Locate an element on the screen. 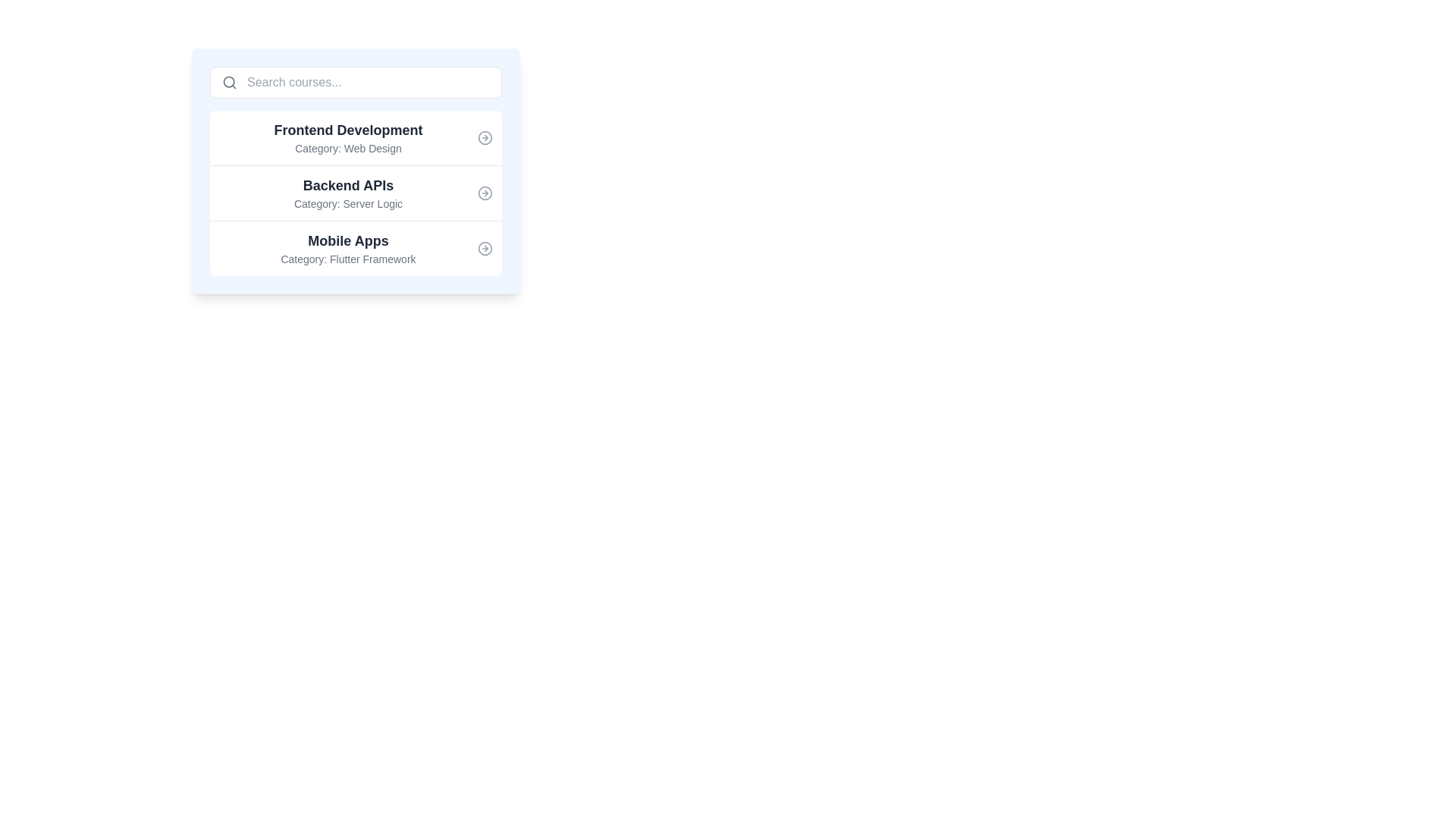 The width and height of the screenshot is (1456, 819). text content of the 'Backend APIs' heading, which is the second item in a list above the 'Category: Server Logic' descriptor is located at coordinates (347, 185).